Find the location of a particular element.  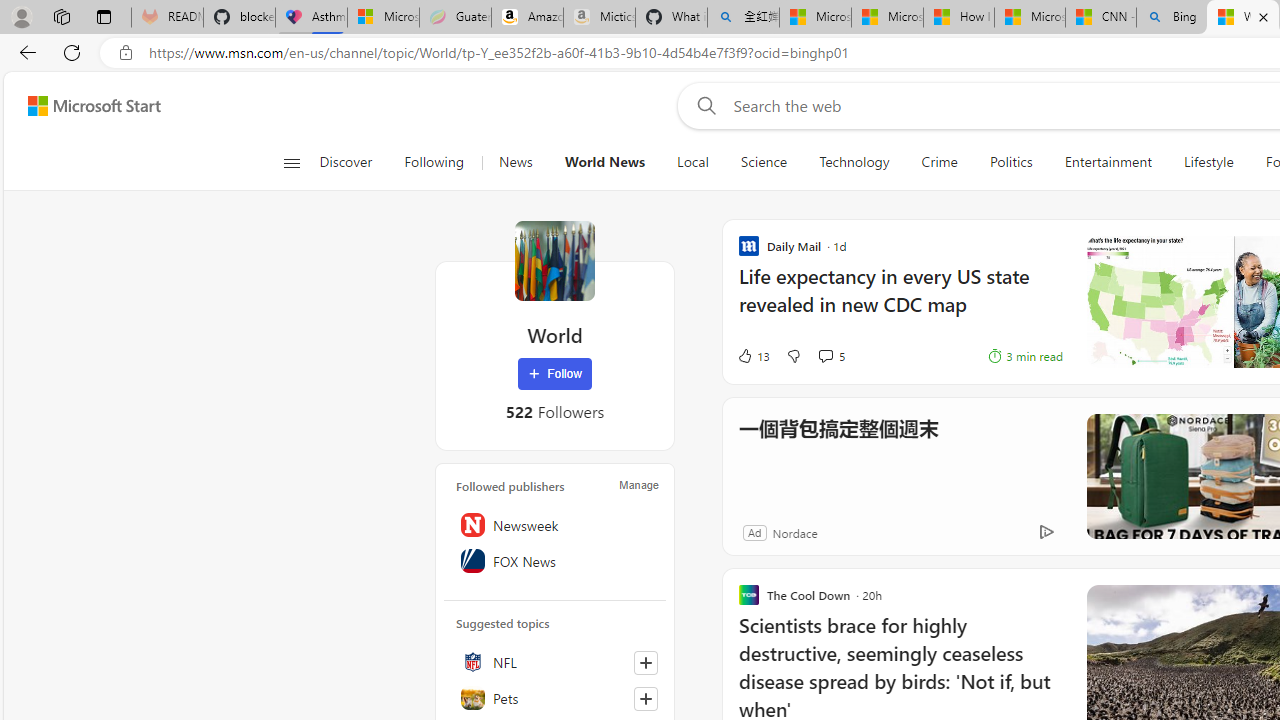

'13 Like' is located at coordinates (752, 355).